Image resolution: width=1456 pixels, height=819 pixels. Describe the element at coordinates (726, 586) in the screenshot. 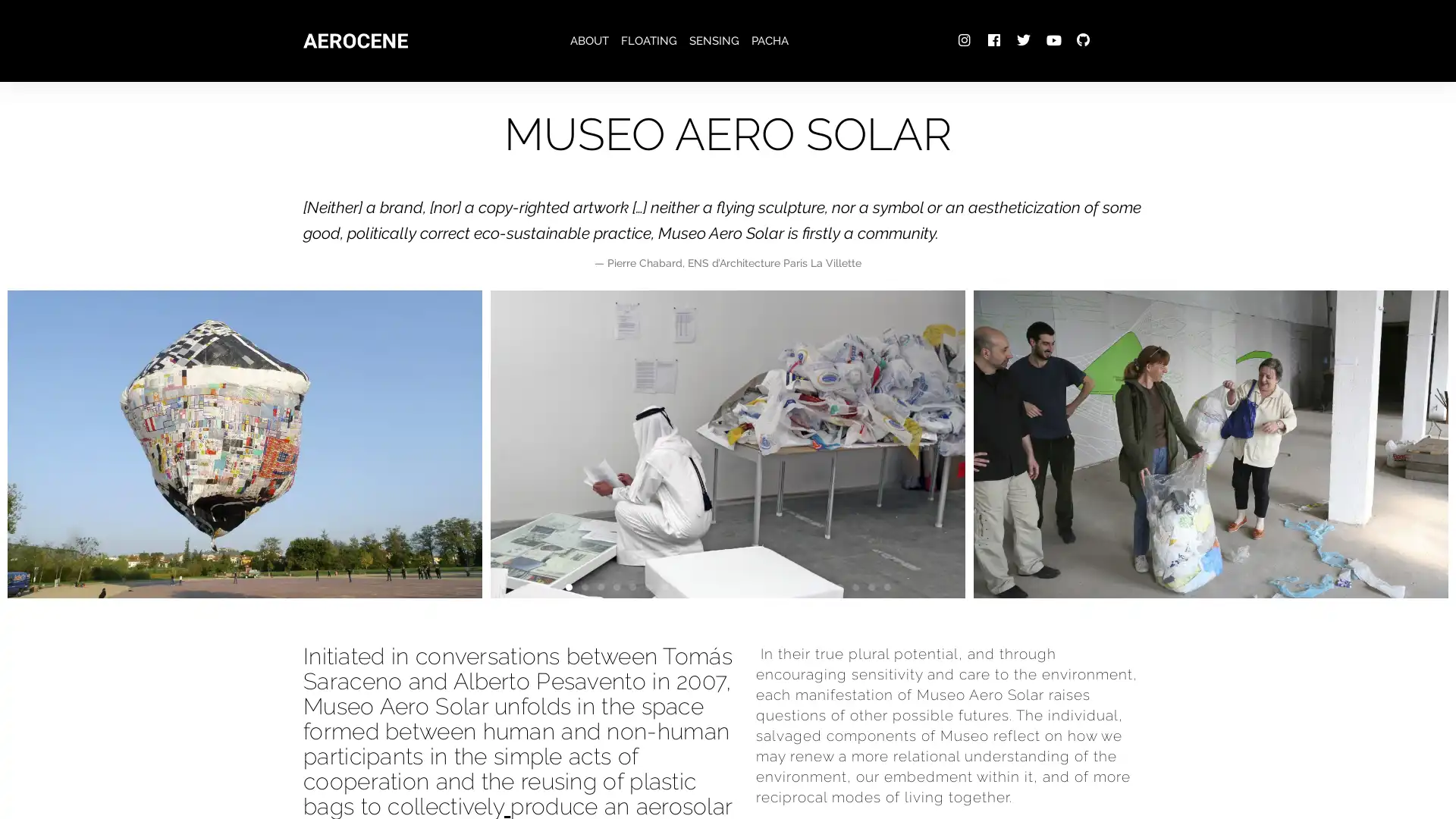

I see `Go to slide 11` at that location.